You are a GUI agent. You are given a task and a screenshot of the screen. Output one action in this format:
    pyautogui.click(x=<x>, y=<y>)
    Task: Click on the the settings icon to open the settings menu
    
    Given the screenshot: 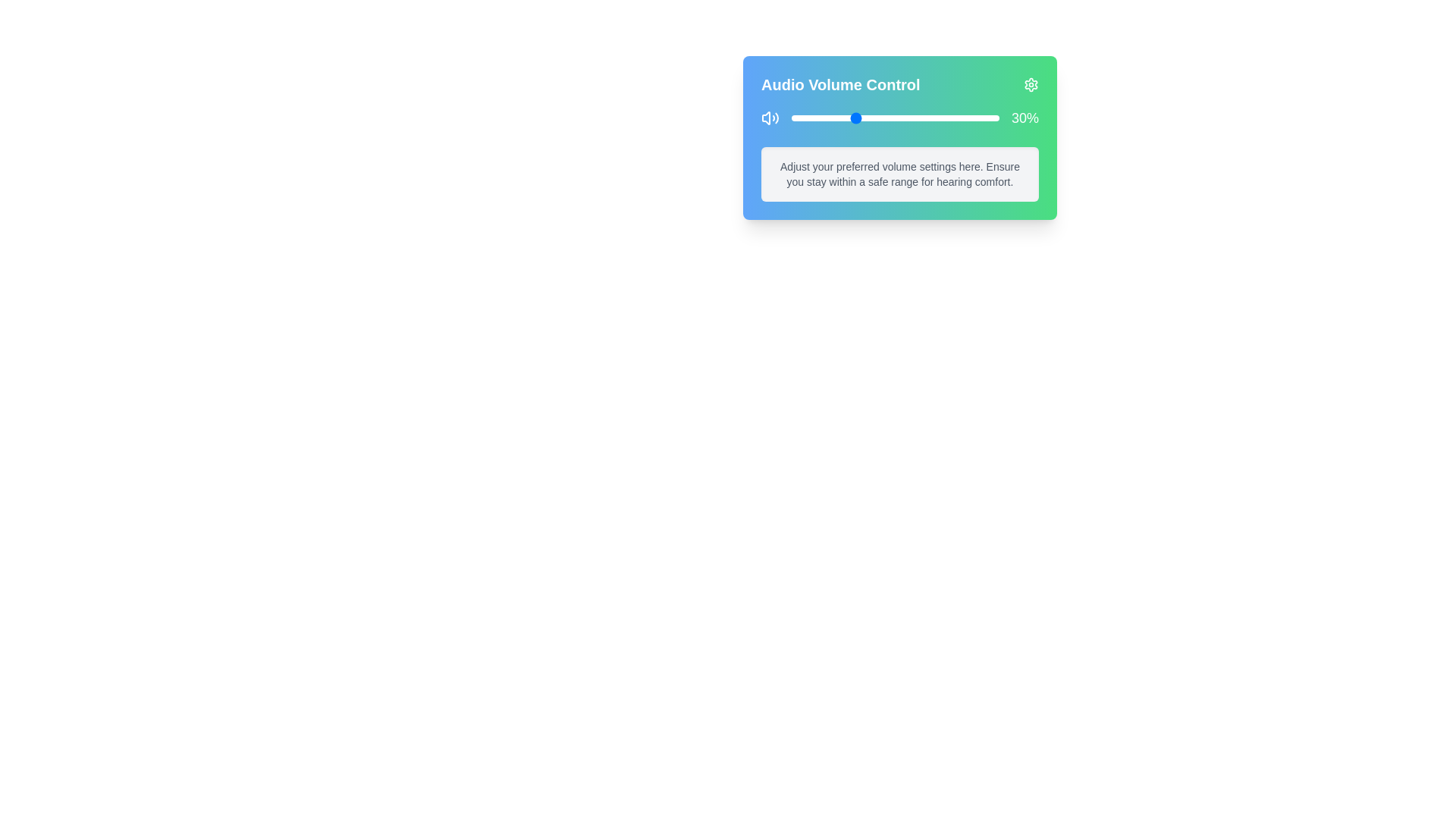 What is the action you would take?
    pyautogui.click(x=1031, y=84)
    